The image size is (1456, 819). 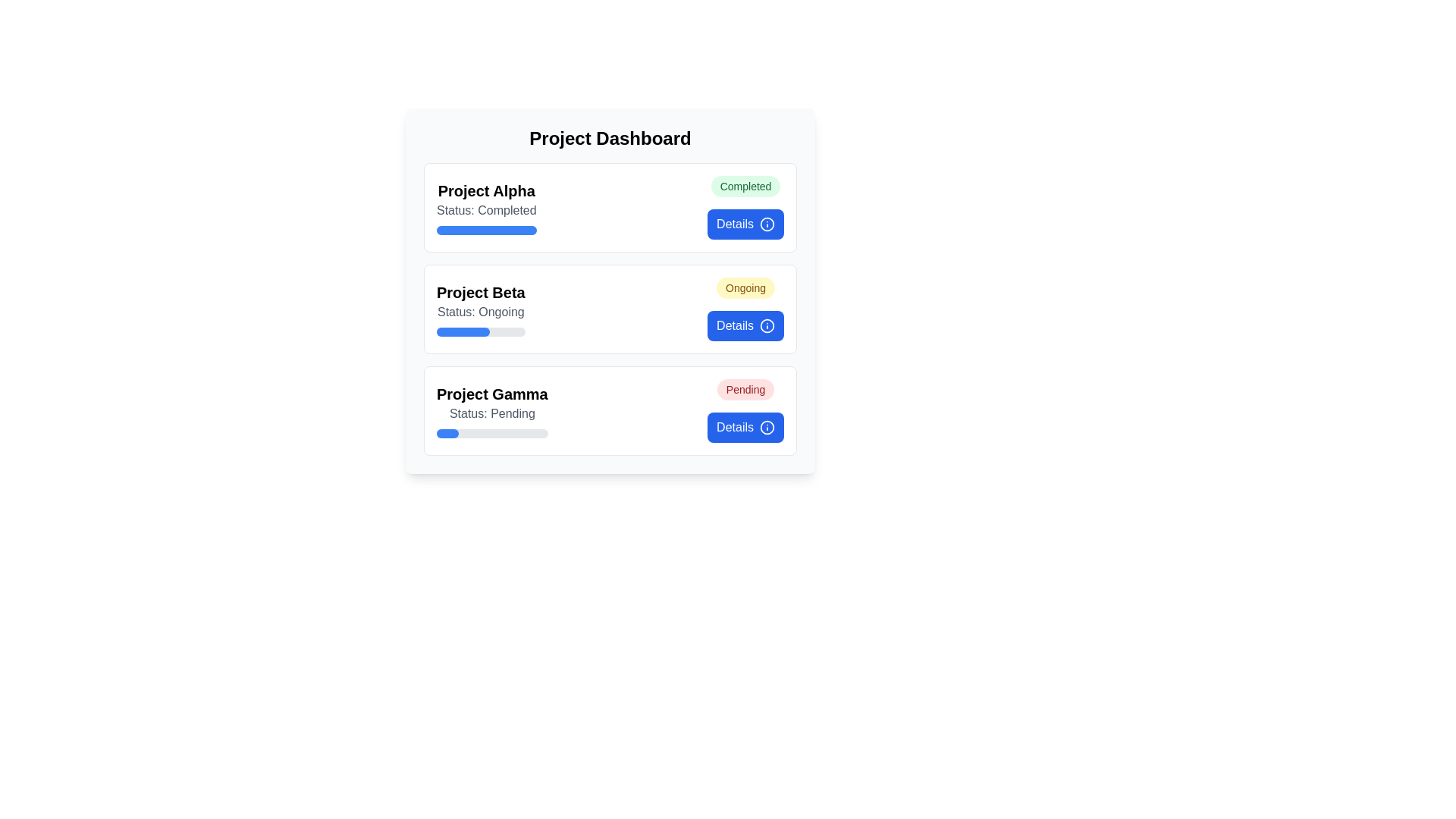 I want to click on the static text label displaying the project status 'Ongoing', located beneath the bold text 'Project Beta', so click(x=480, y=312).